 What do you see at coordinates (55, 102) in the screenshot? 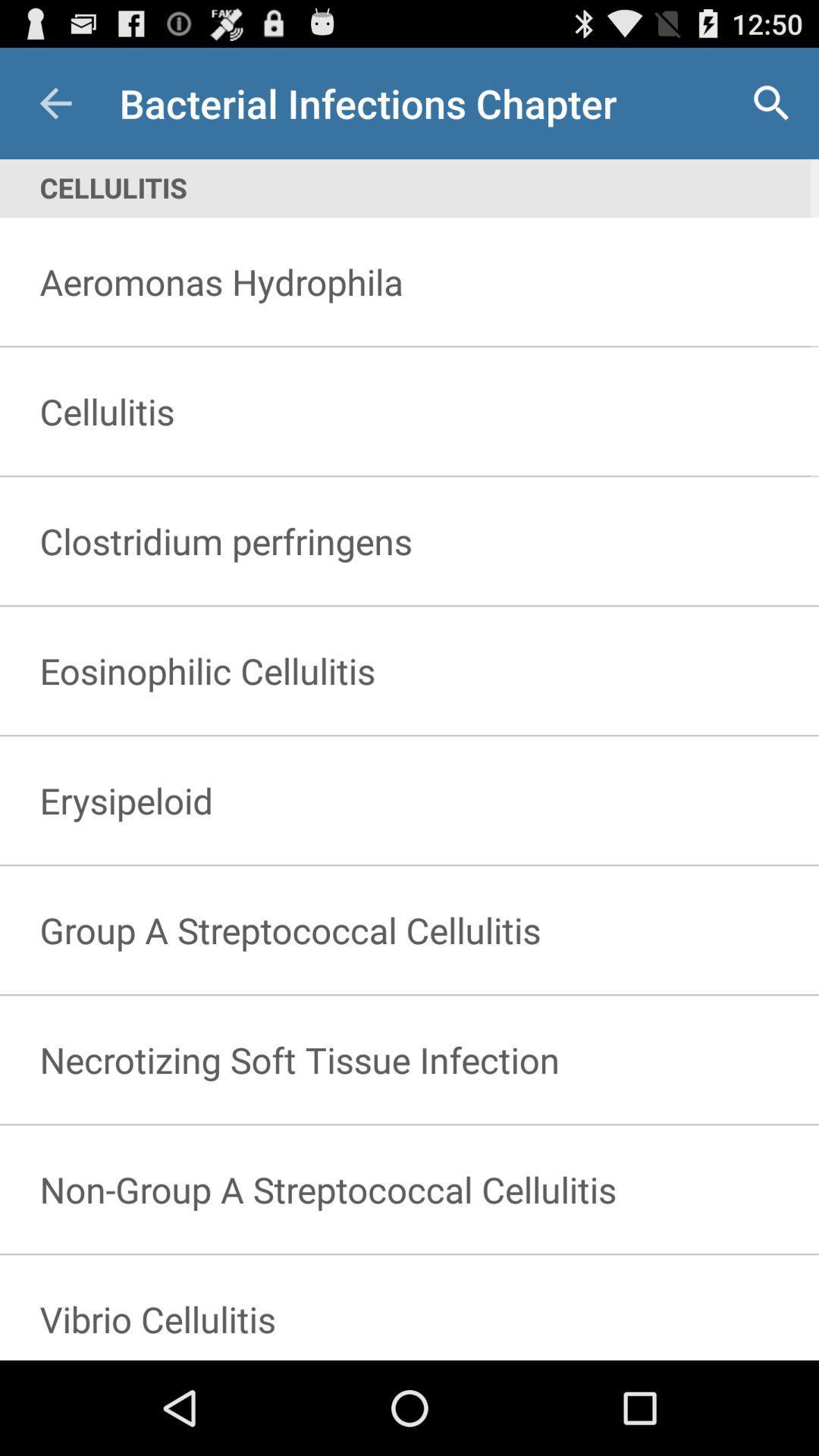
I see `the app next to the bacterial infections chapter app` at bounding box center [55, 102].